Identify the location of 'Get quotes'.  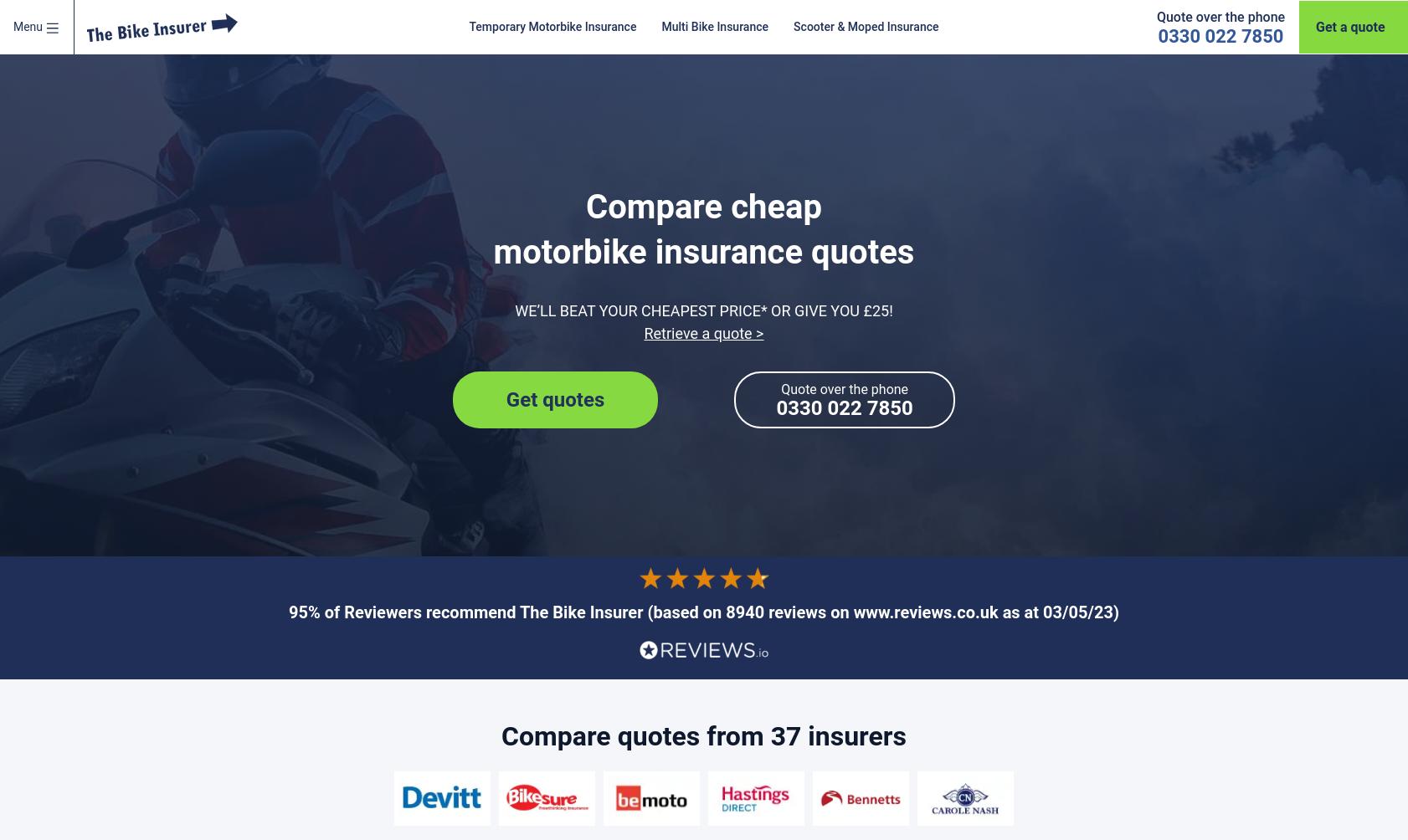
(506, 399).